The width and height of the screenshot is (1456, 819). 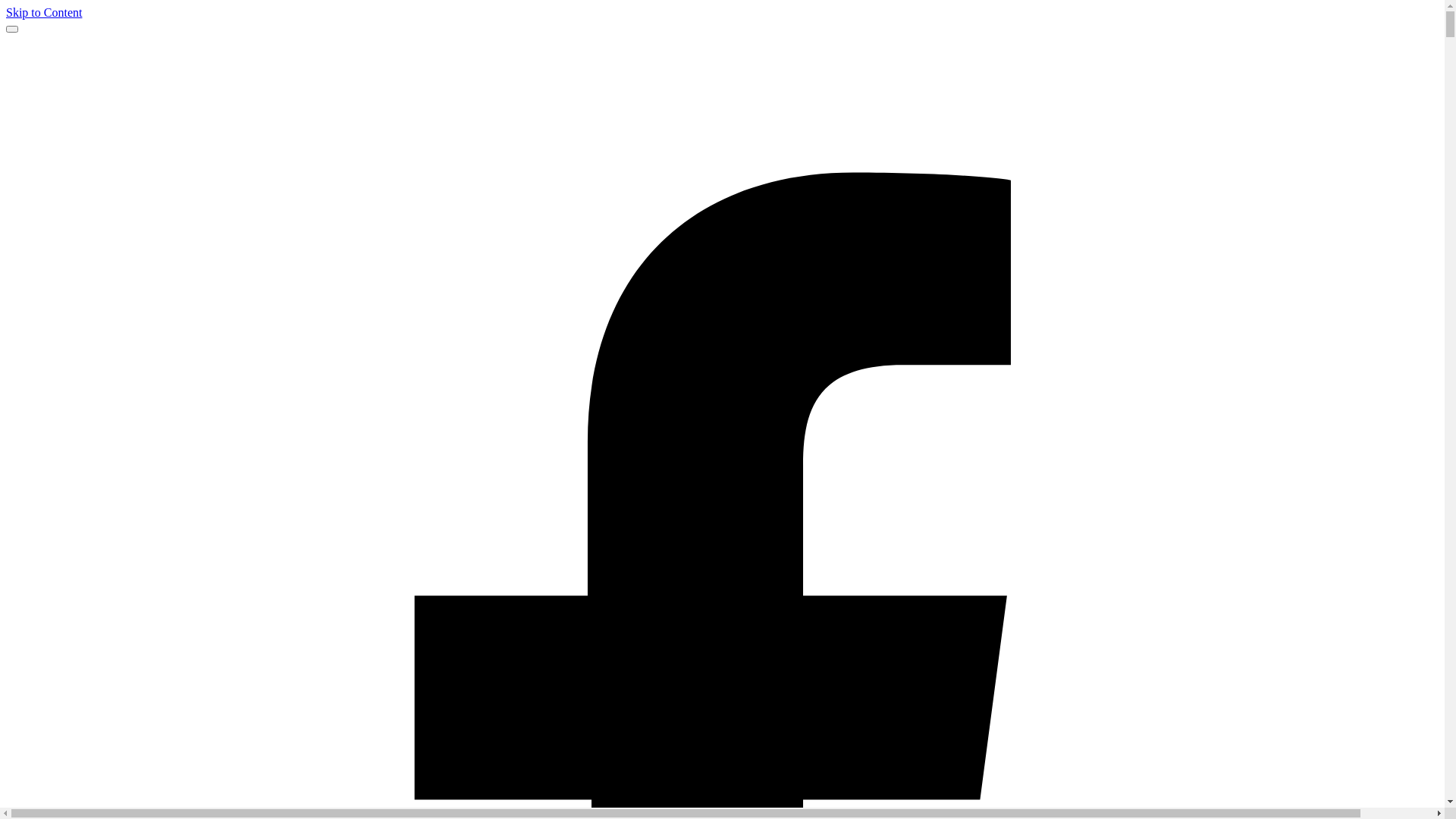 What do you see at coordinates (43, 12) in the screenshot?
I see `'Skip to Content'` at bounding box center [43, 12].